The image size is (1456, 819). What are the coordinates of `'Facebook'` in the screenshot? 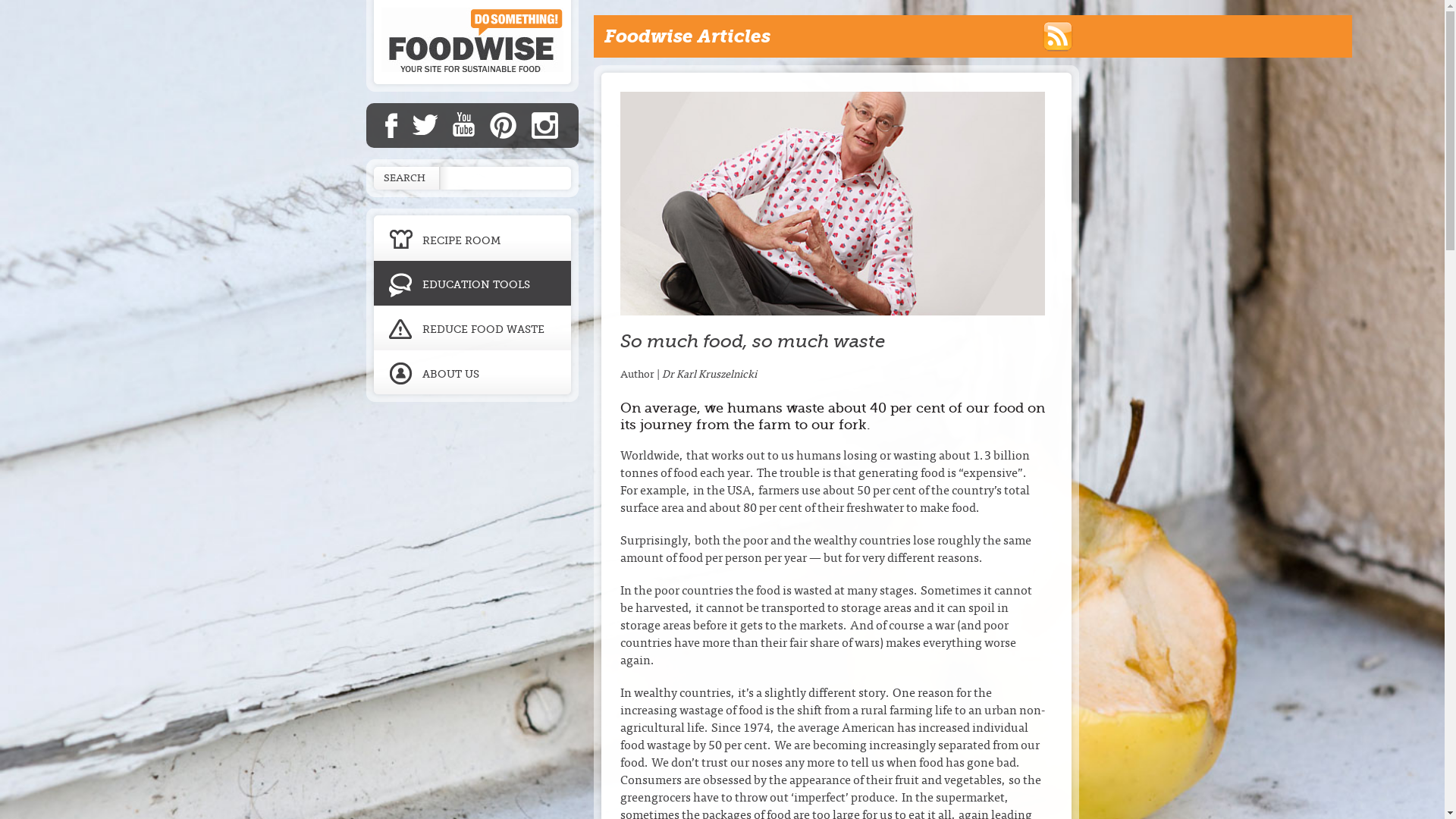 It's located at (385, 124).